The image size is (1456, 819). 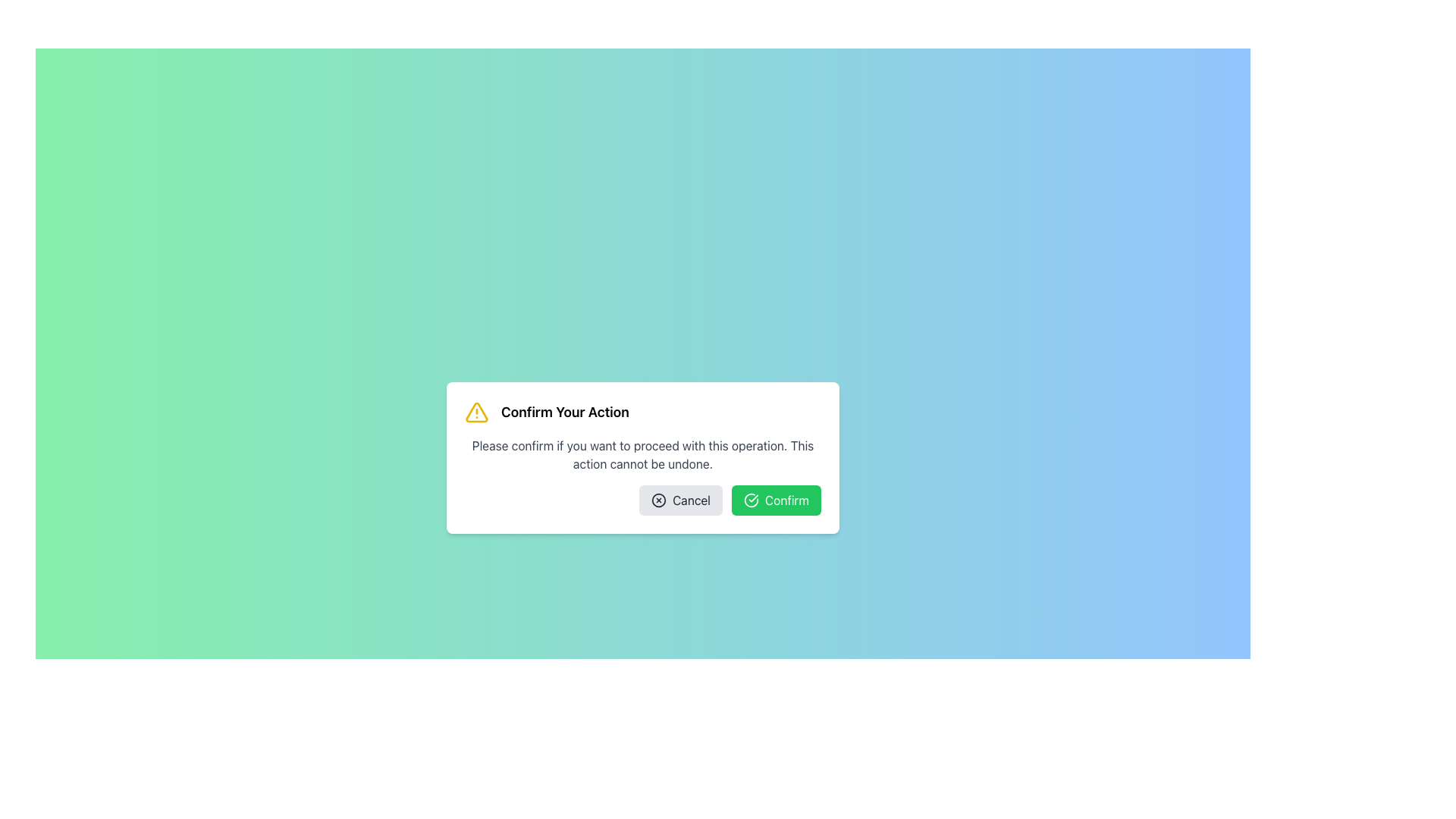 What do you see at coordinates (752, 500) in the screenshot?
I see `the 'Confirm' button, which includes an icon that visually reinforces the action of confirming. The button is located at the lower-right corner of a modal dialog box, with the icon on the left side of the text 'Confirm'` at bounding box center [752, 500].